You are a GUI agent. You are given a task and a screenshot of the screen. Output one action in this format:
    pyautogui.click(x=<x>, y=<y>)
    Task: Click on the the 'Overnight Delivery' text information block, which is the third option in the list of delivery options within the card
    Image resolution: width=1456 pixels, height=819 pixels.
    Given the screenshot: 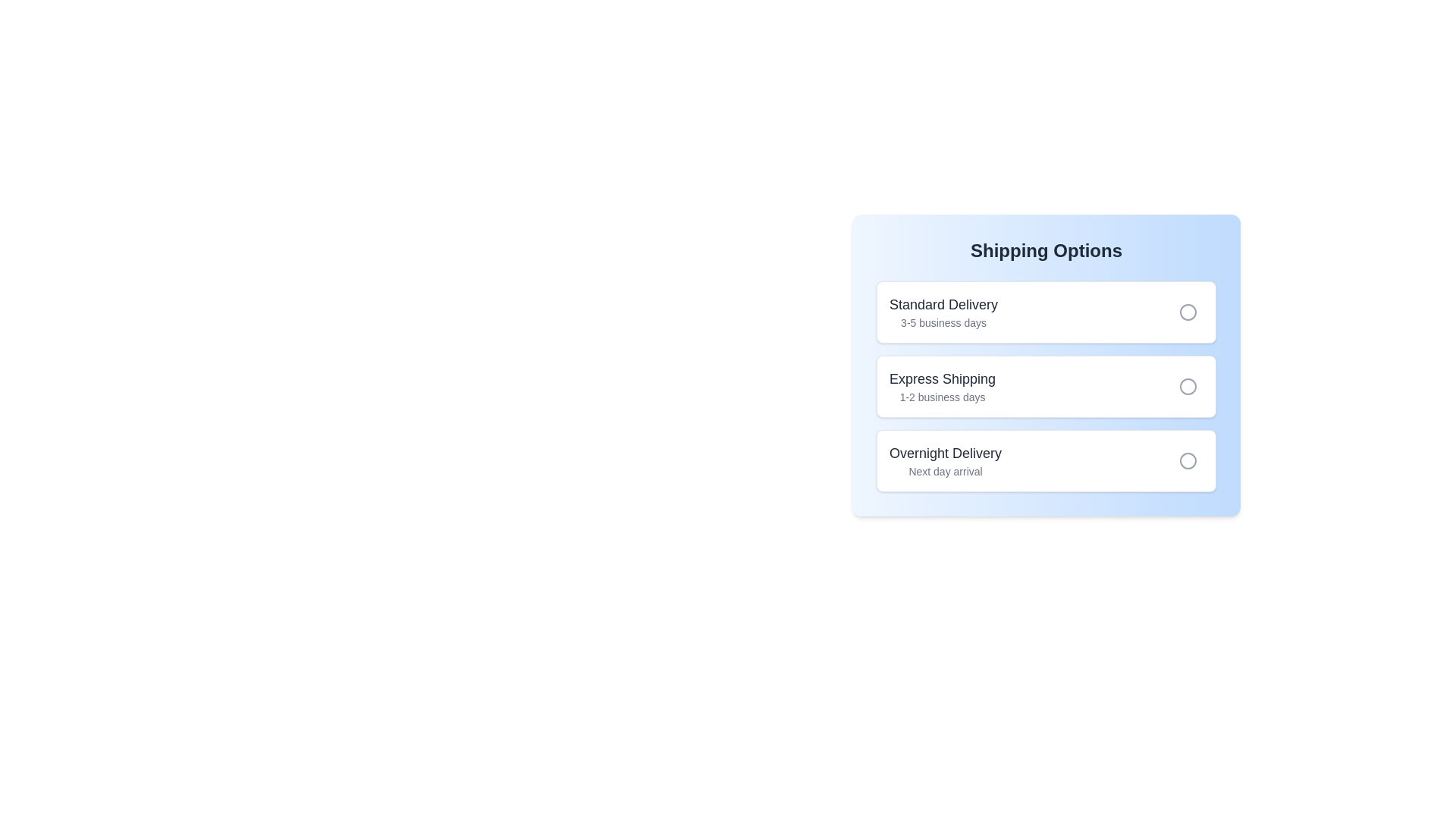 What is the action you would take?
    pyautogui.click(x=945, y=460)
    